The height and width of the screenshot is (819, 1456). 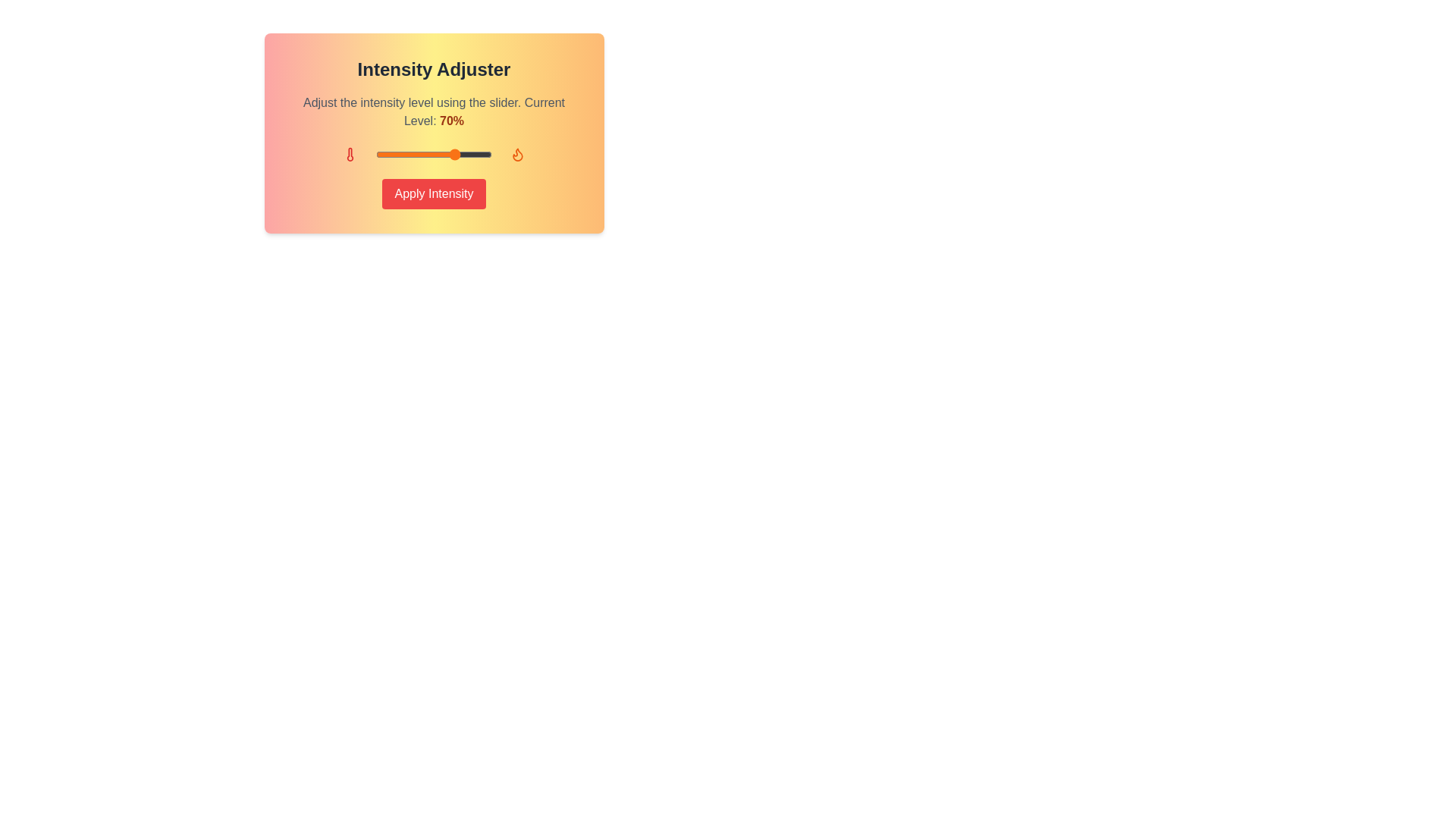 What do you see at coordinates (486, 155) in the screenshot?
I see `the intensity slider to 95%` at bounding box center [486, 155].